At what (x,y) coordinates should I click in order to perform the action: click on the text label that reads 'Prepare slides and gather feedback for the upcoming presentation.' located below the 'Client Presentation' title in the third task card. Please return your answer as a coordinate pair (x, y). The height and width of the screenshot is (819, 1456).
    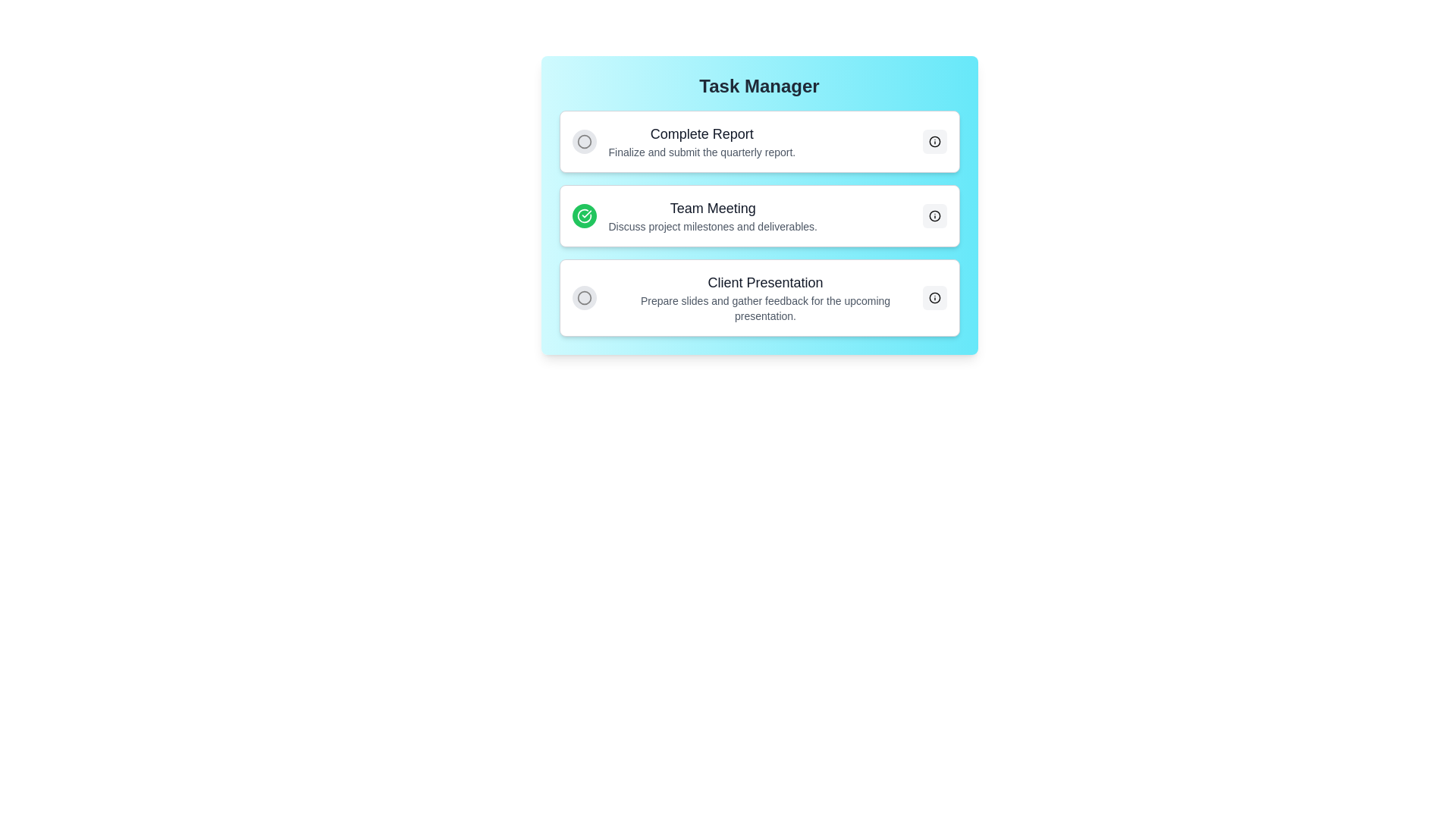
    Looking at the image, I should click on (765, 308).